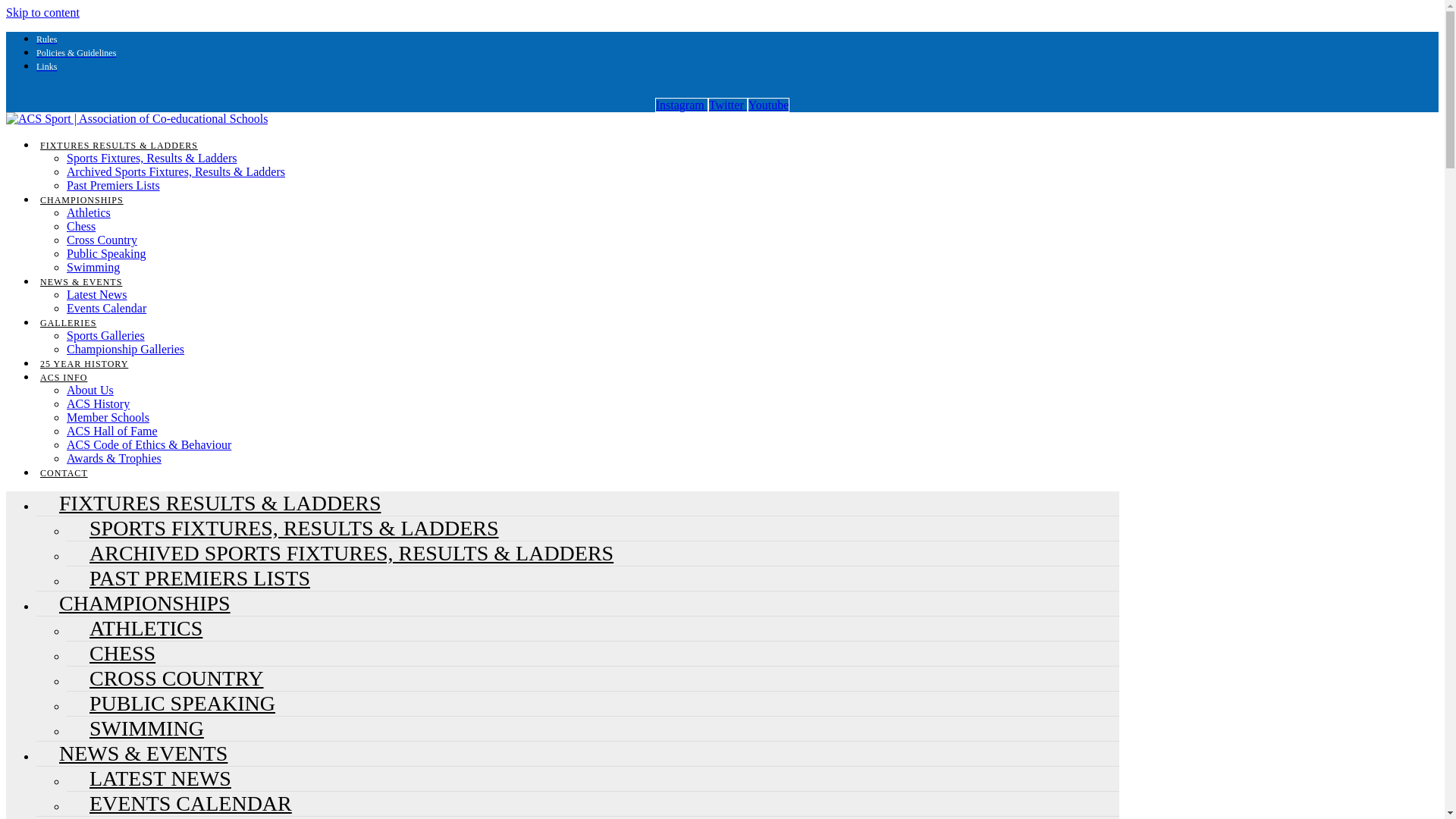  Describe the element at coordinates (107, 417) in the screenshot. I see `'Member Schools'` at that location.